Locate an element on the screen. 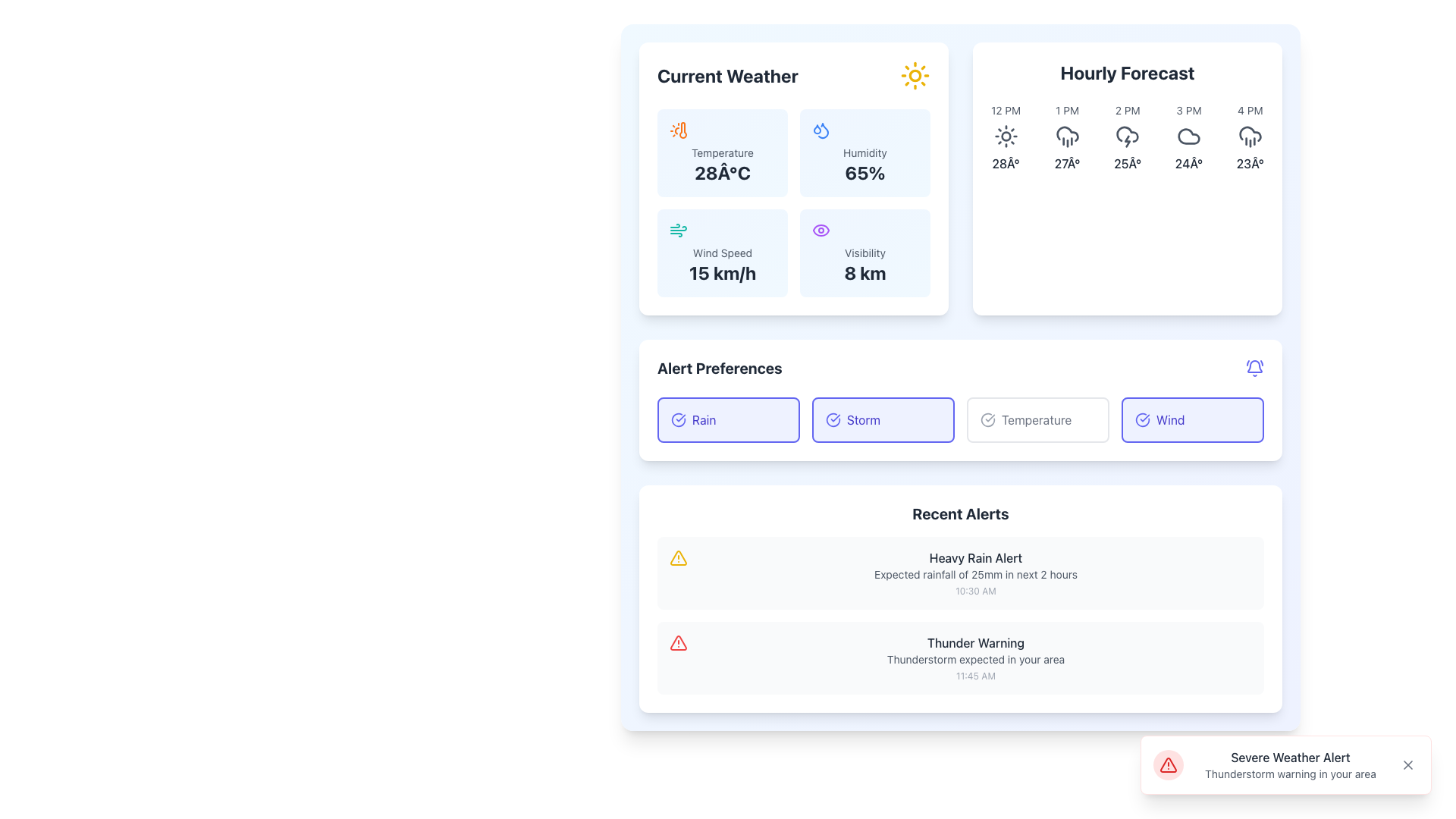 The image size is (1456, 819). the close button icon in the bottom-right corner of the alert box is located at coordinates (1407, 765).